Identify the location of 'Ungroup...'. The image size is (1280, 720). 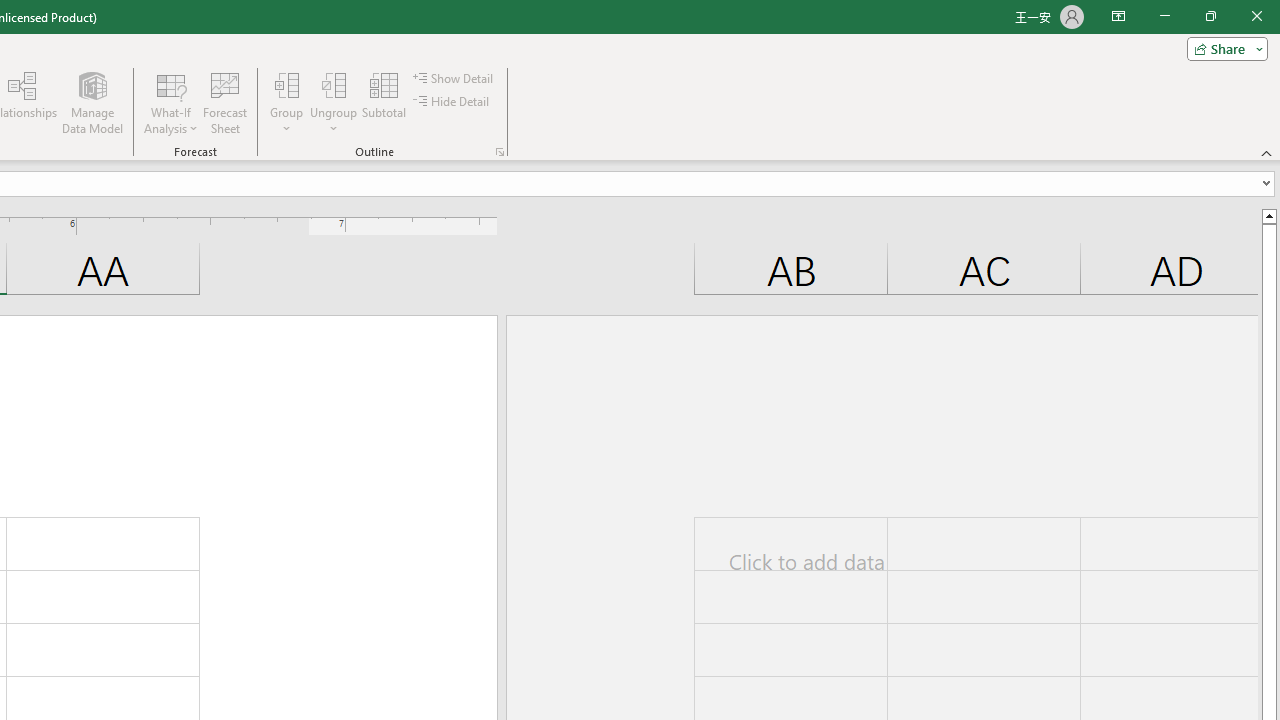
(334, 84).